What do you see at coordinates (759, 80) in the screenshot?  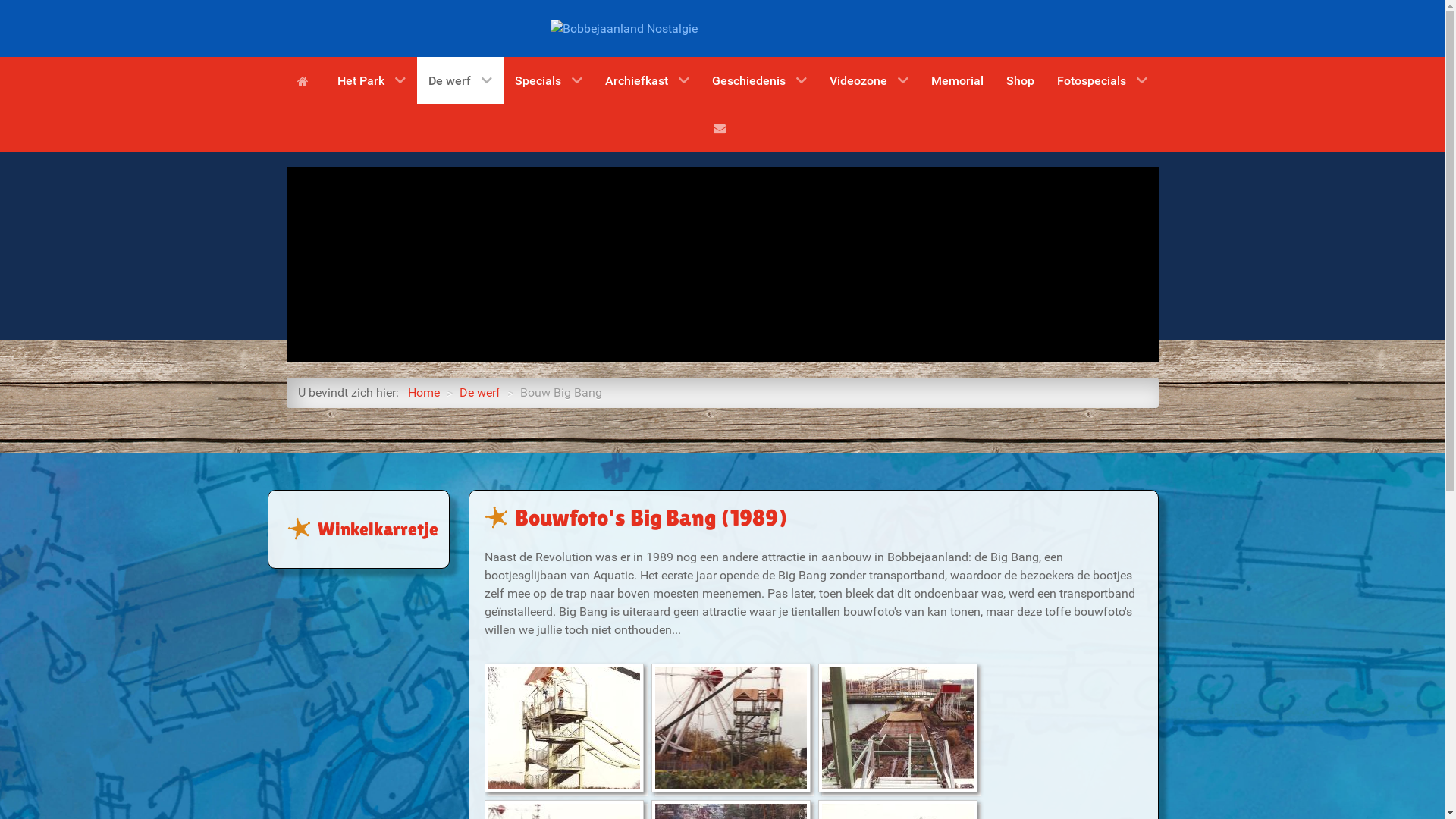 I see `'Geschiedenis'` at bounding box center [759, 80].